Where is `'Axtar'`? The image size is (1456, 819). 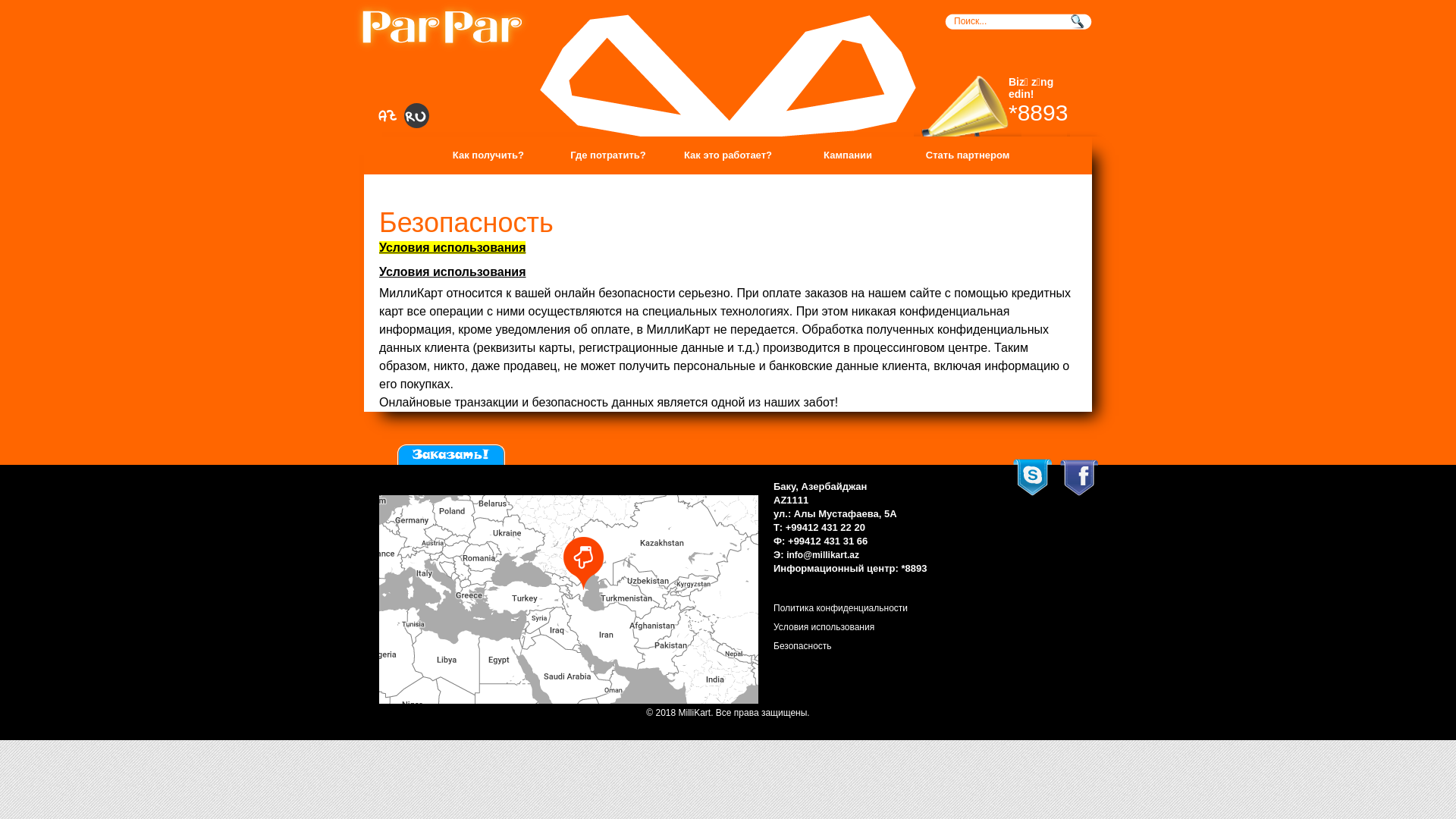 'Axtar' is located at coordinates (1079, 21).